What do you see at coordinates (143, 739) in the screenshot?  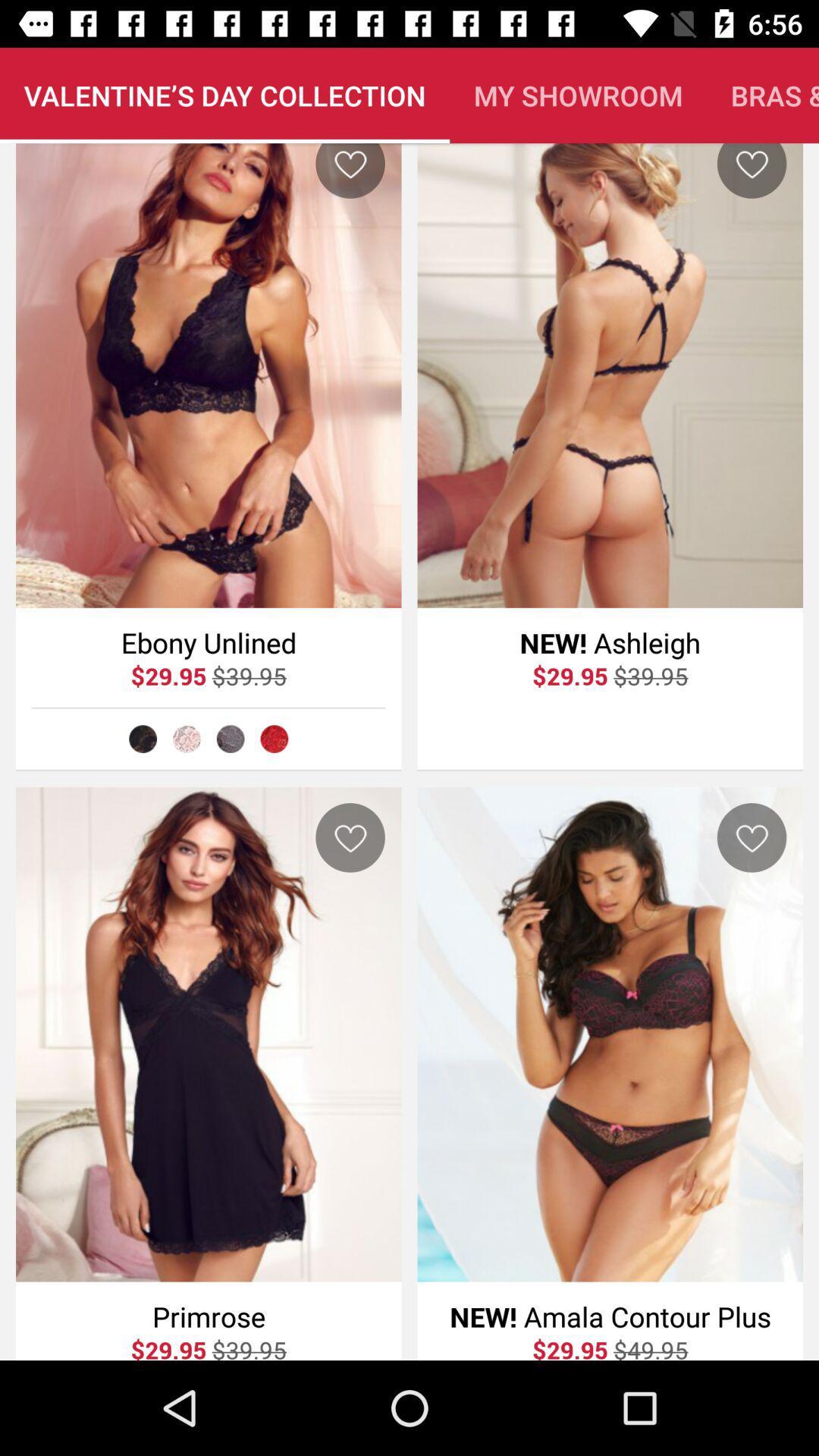 I see `click on color choice` at bounding box center [143, 739].